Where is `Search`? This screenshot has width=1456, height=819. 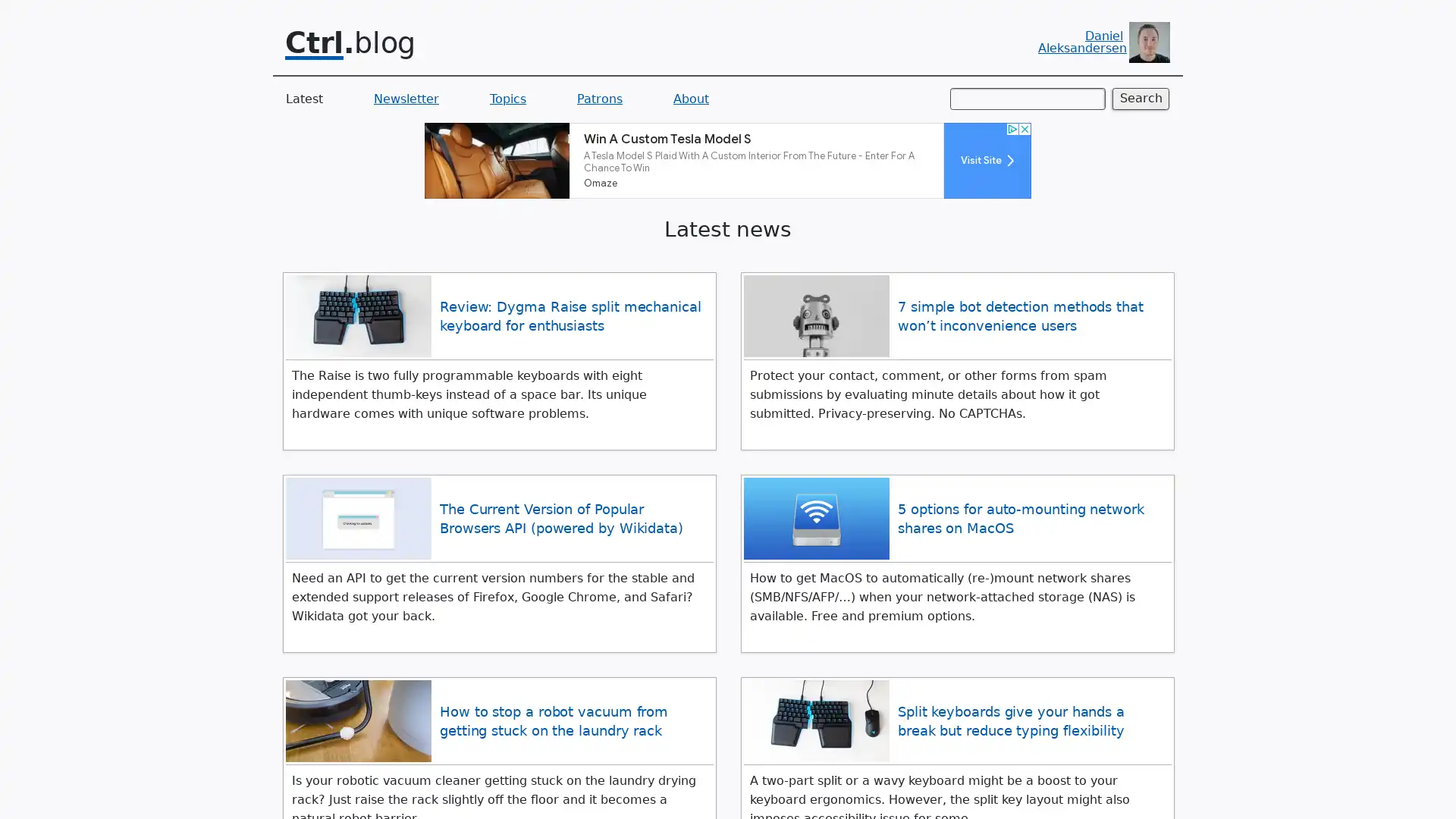 Search is located at coordinates (1141, 98).